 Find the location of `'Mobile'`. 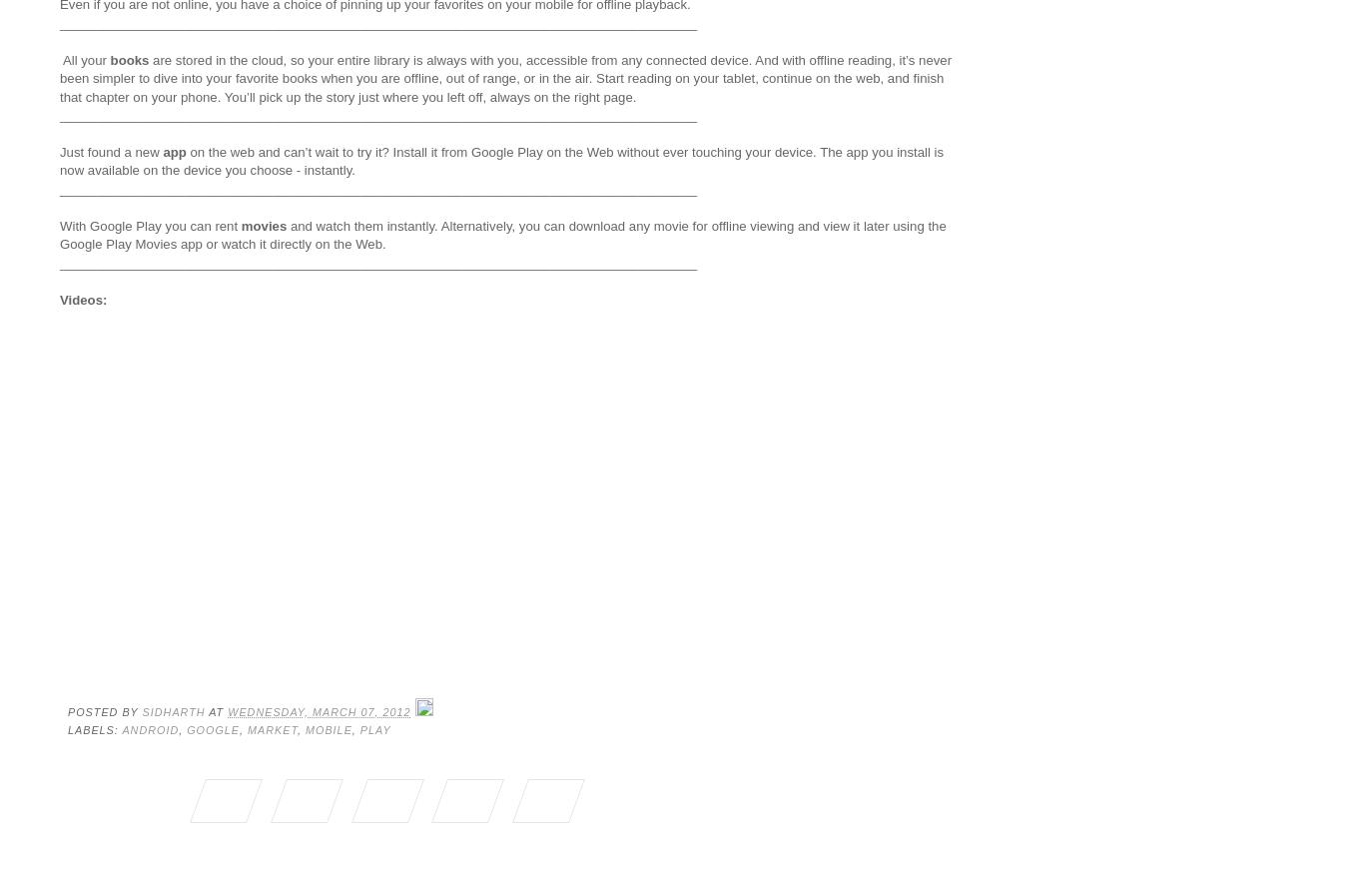

'Mobile' is located at coordinates (327, 728).